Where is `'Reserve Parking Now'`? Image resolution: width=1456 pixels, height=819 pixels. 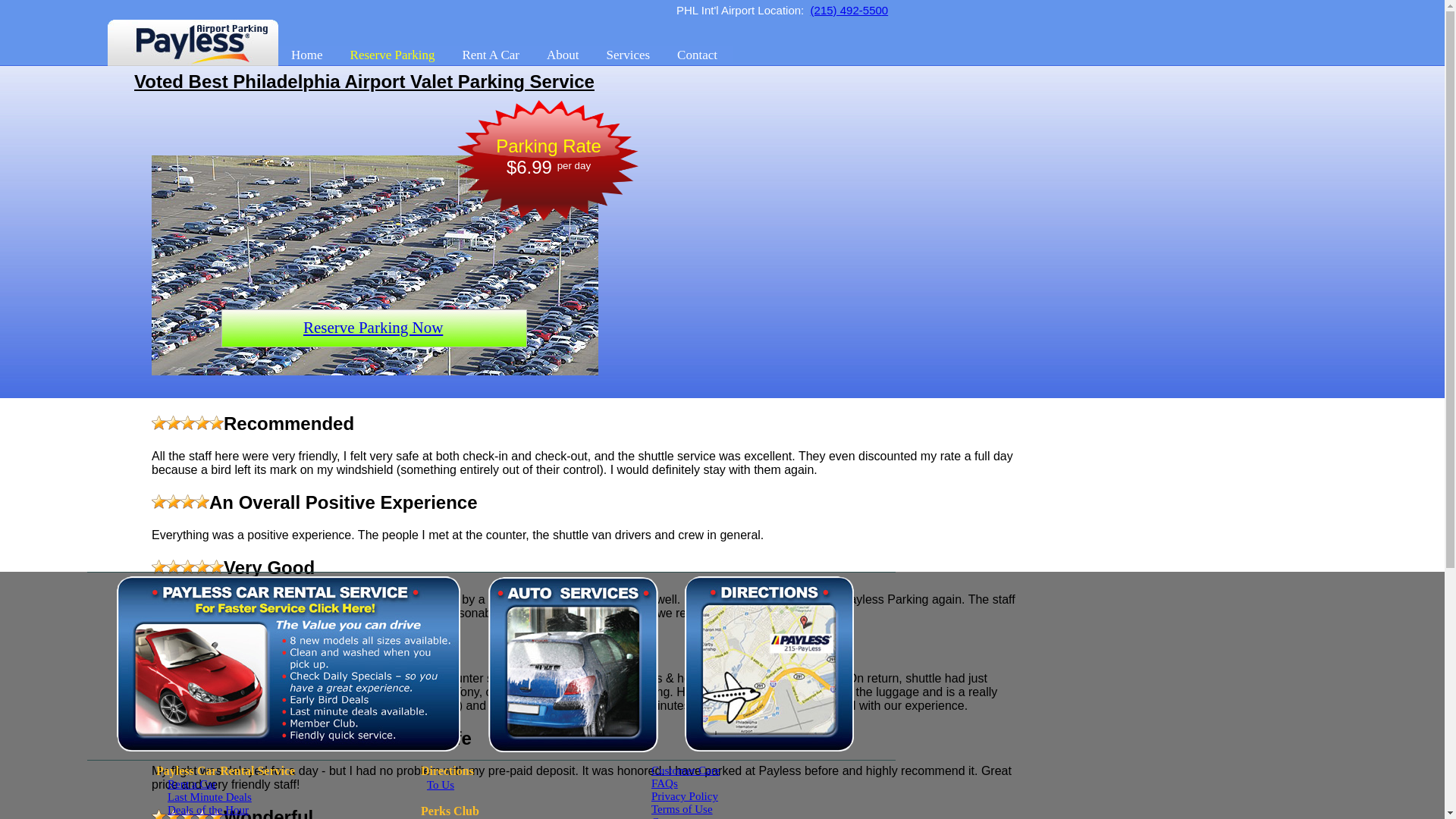 'Reserve Parking Now' is located at coordinates (372, 327).